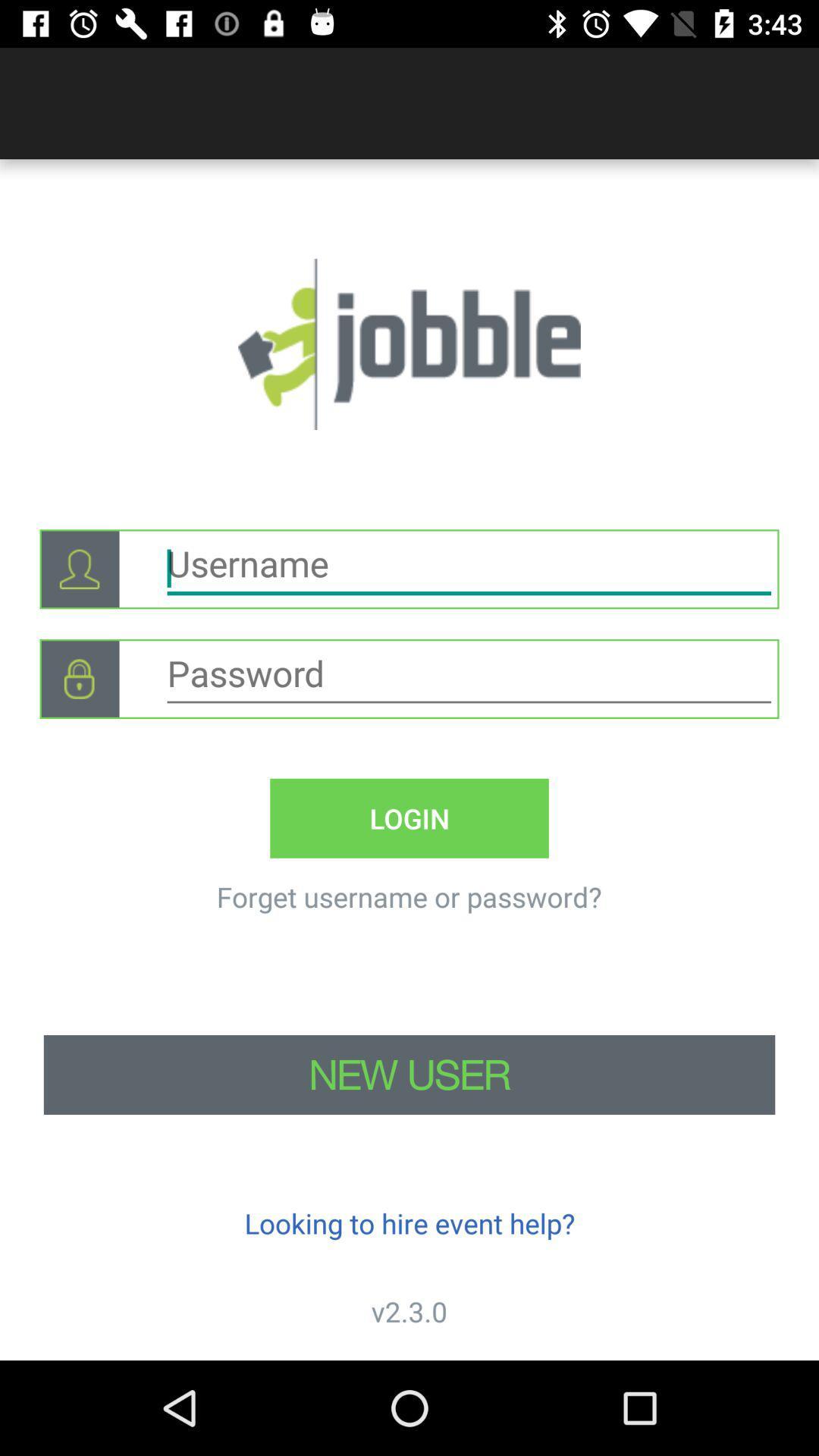  Describe the element at coordinates (408, 896) in the screenshot. I see `the item below login item` at that location.